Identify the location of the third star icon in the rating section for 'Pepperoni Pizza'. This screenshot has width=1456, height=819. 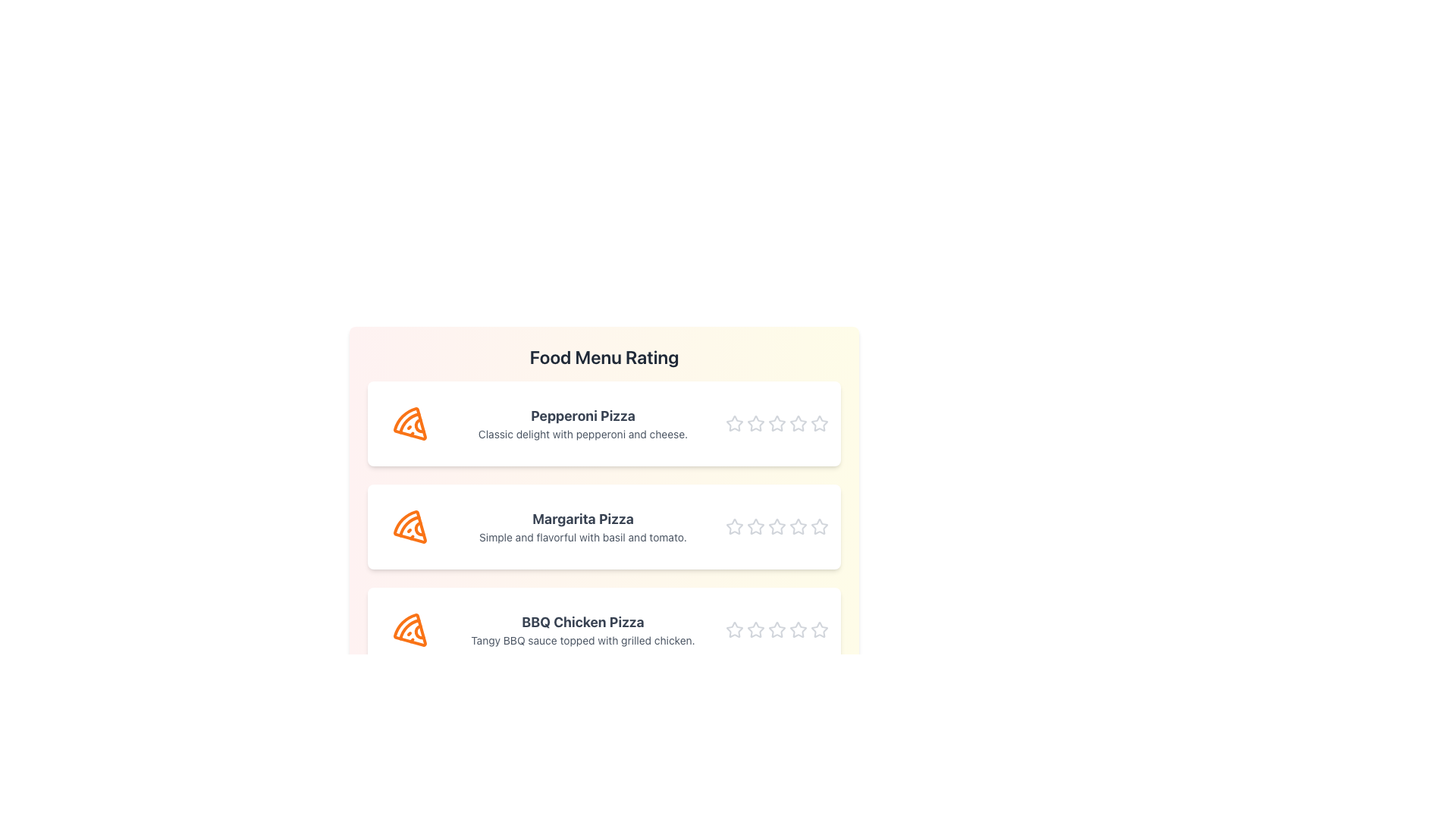
(777, 424).